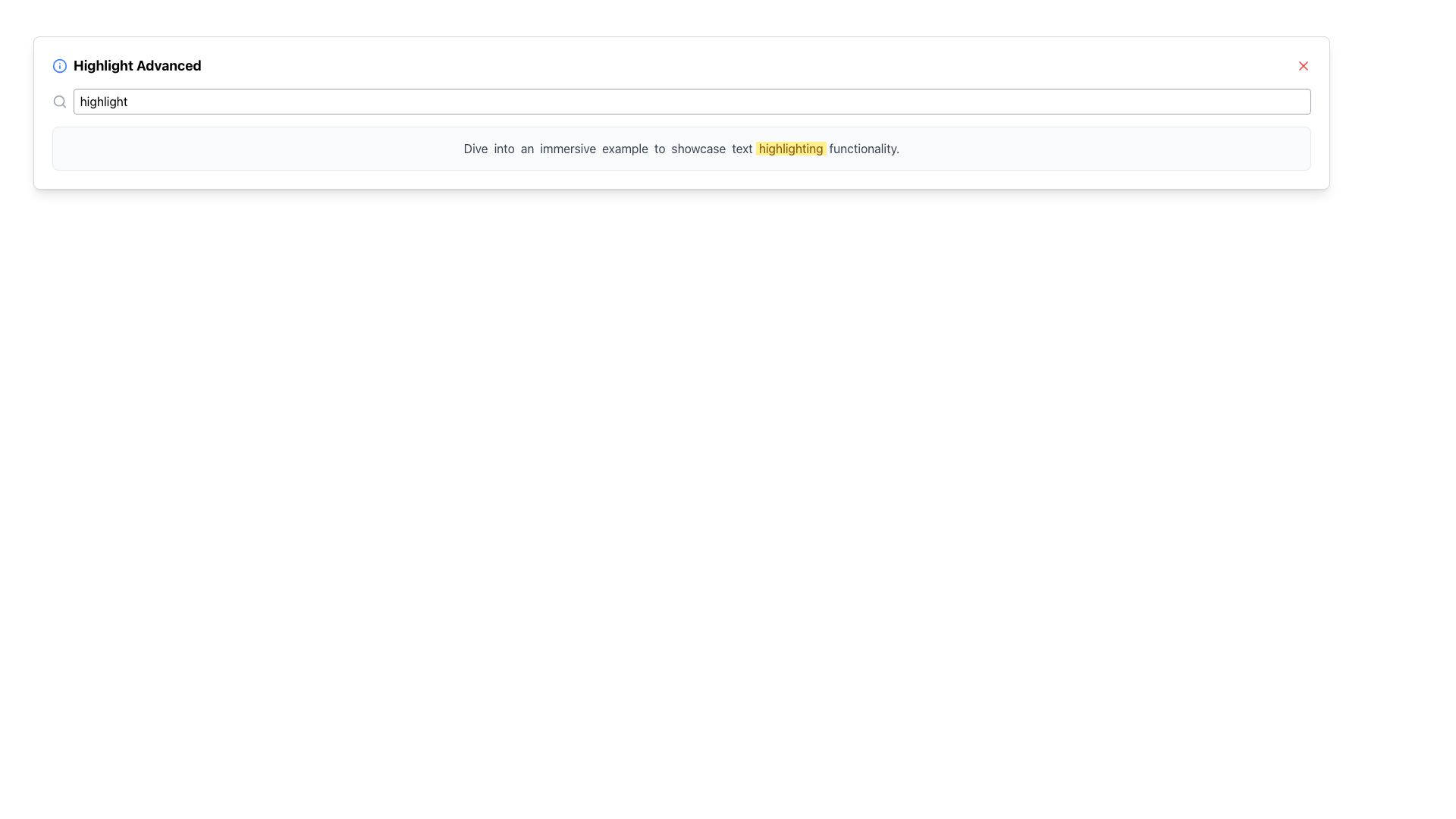 The image size is (1456, 819). Describe the element at coordinates (59, 102) in the screenshot. I see `the search icon located to the left of the text input field` at that location.